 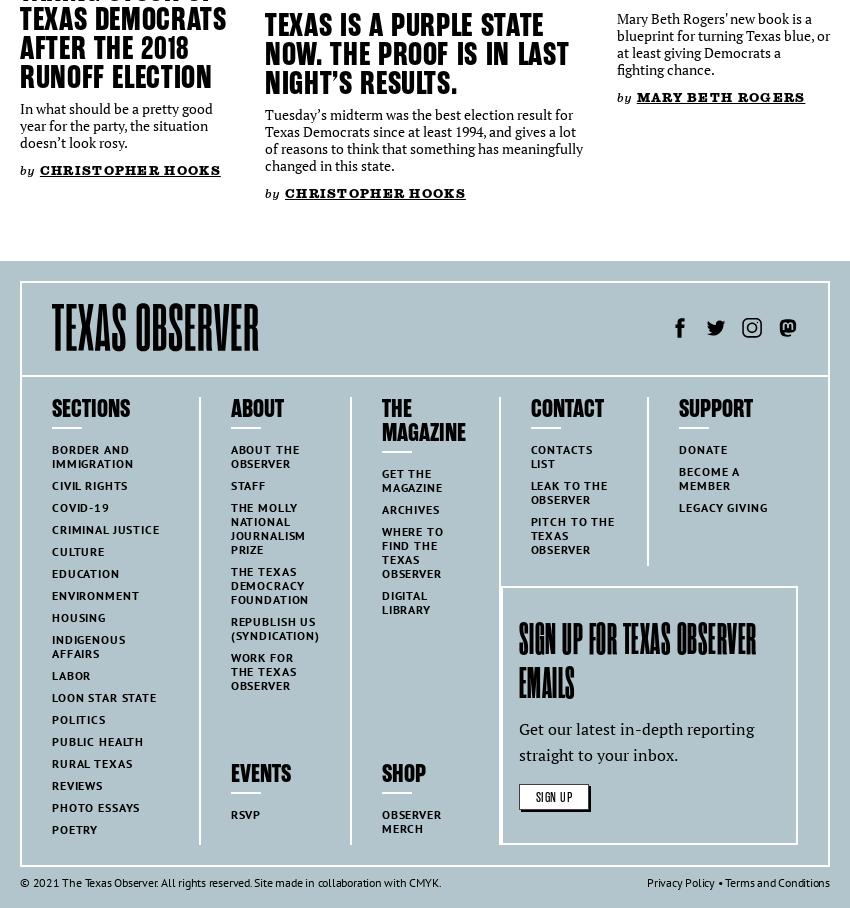 I want to click on 'Republish Us (Syndication)', so click(x=273, y=627).